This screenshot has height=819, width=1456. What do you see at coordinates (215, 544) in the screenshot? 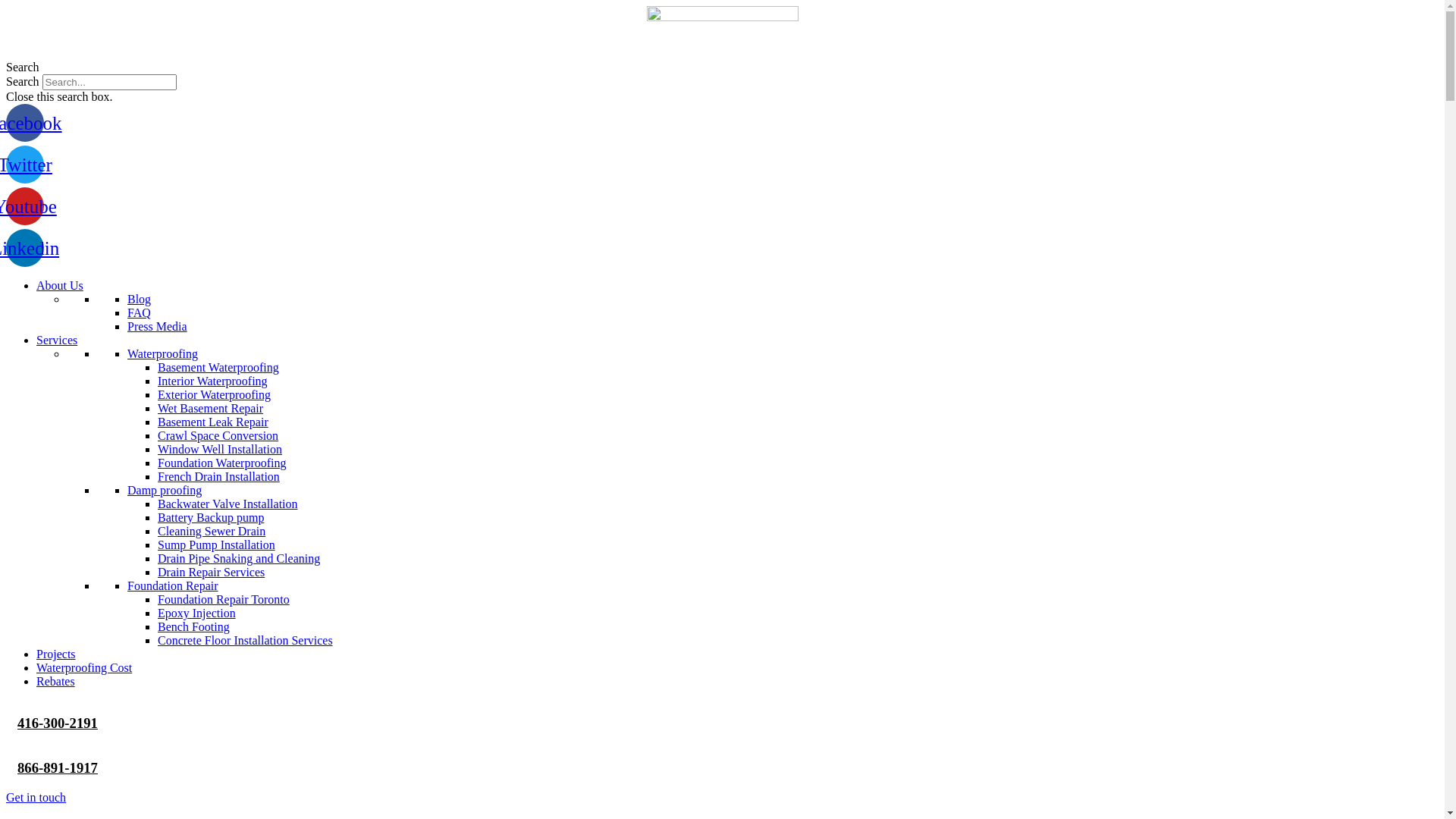
I see `'Sump Pump Installation'` at bounding box center [215, 544].